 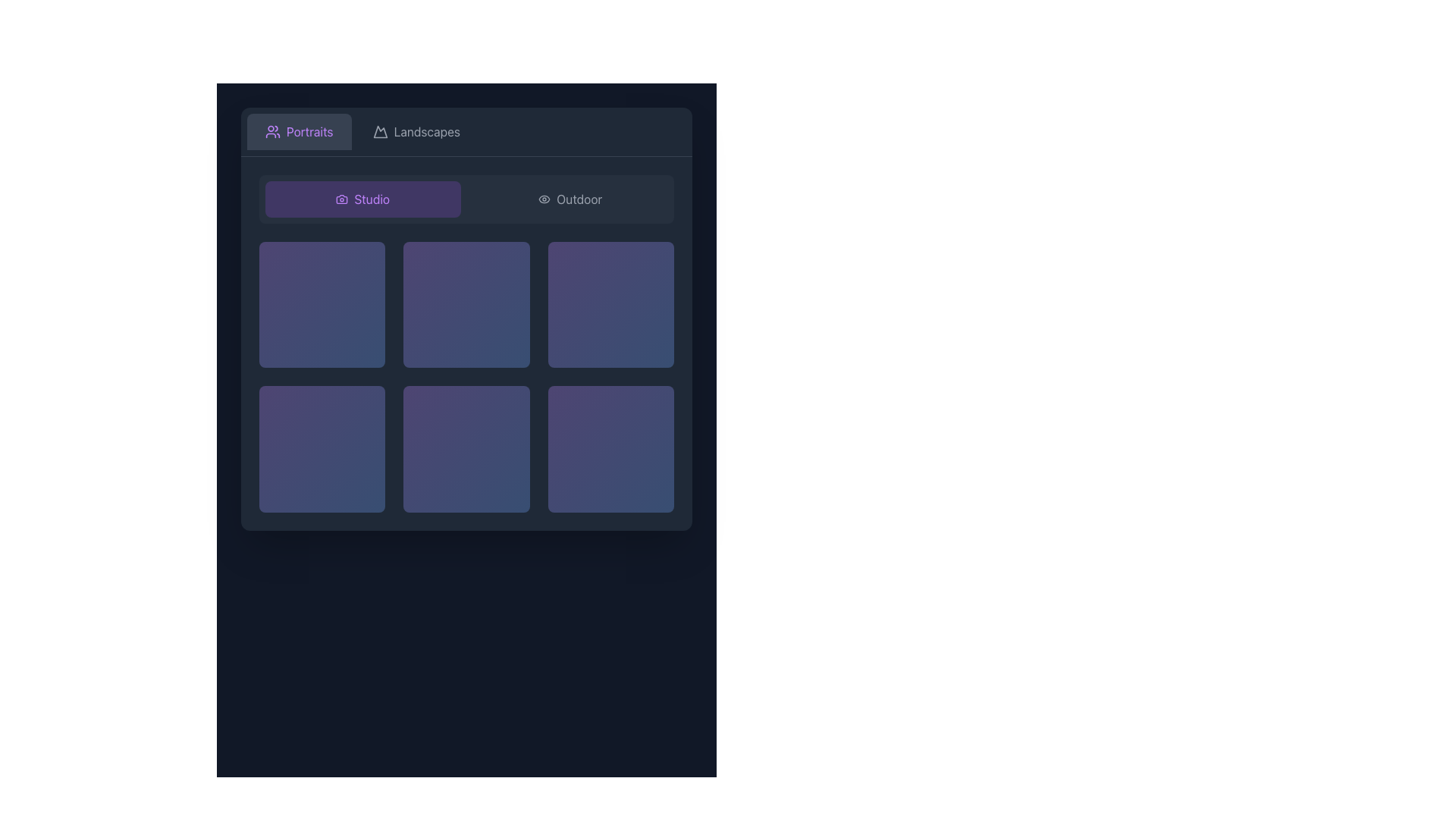 What do you see at coordinates (579, 198) in the screenshot?
I see `the text label displaying 'Outdoor' in light gray on a dark background, located towards the top-right side of a horizontal bar, immediately preceded by an eye icon` at bounding box center [579, 198].